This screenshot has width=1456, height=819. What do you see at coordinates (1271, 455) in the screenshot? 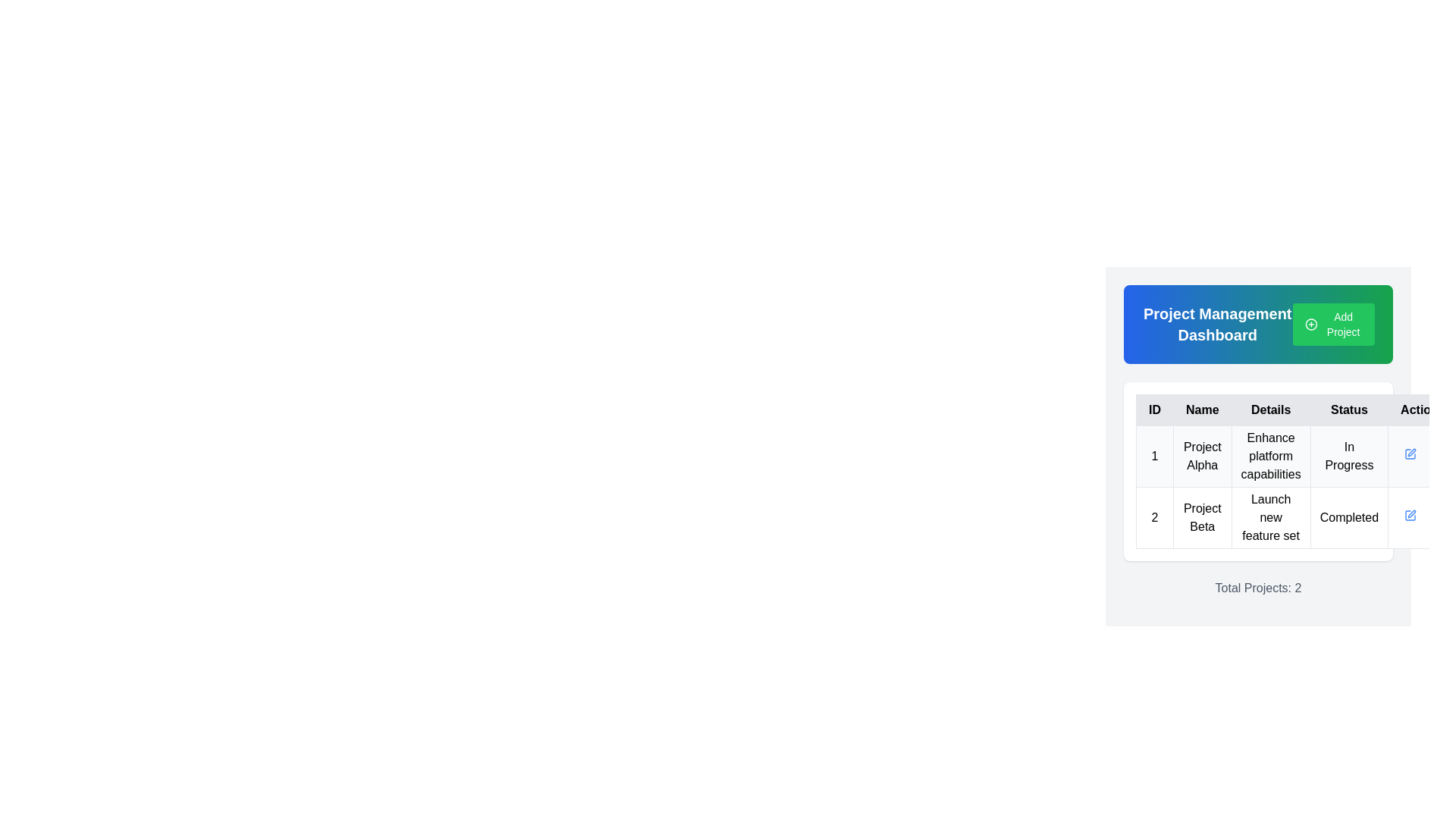
I see `the Text label in the third column of the first row of the table that describes the project 'Project Alpha'` at bounding box center [1271, 455].